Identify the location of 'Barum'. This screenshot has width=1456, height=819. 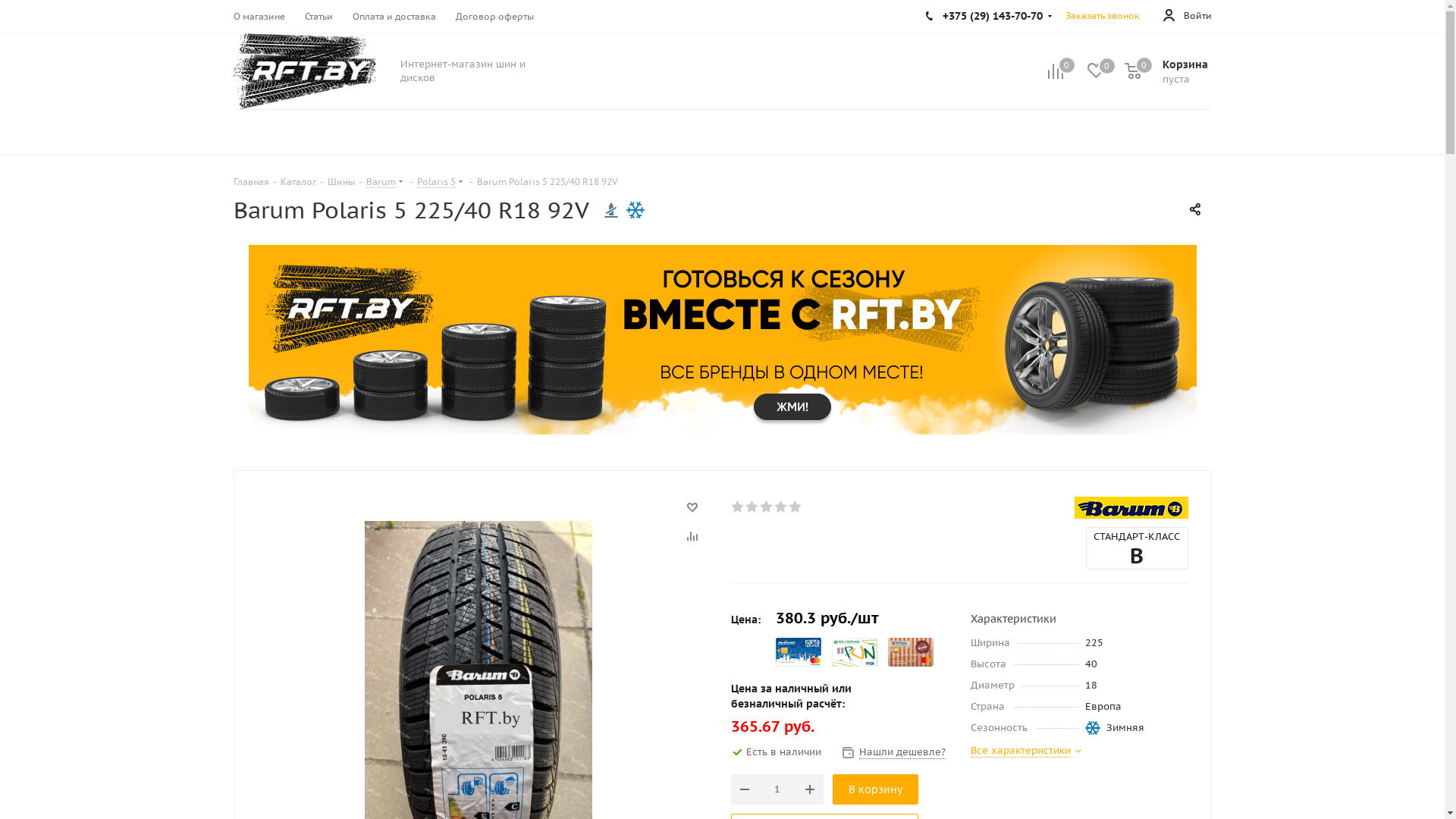
(1131, 507).